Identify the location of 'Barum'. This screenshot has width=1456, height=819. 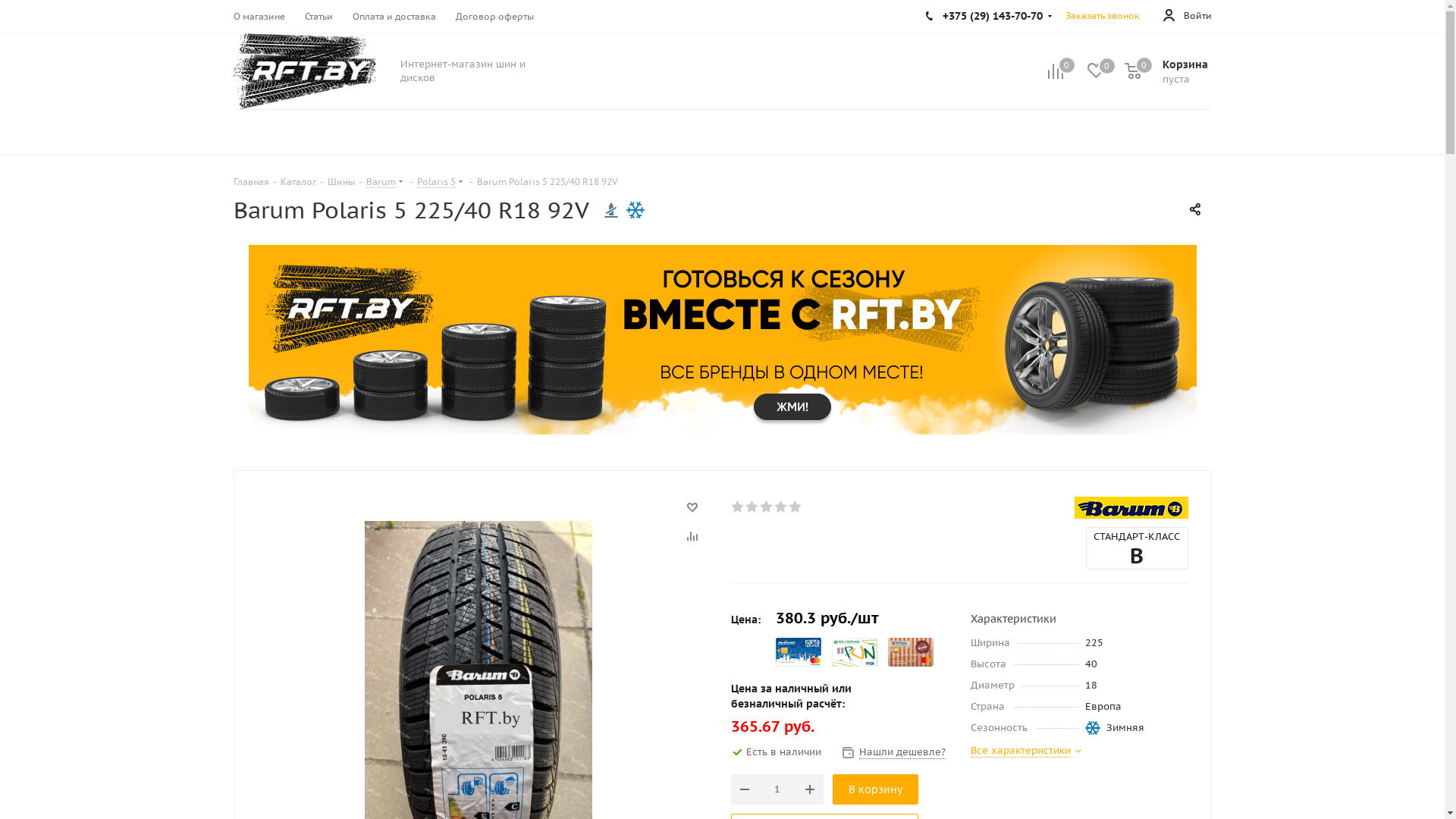
(1131, 507).